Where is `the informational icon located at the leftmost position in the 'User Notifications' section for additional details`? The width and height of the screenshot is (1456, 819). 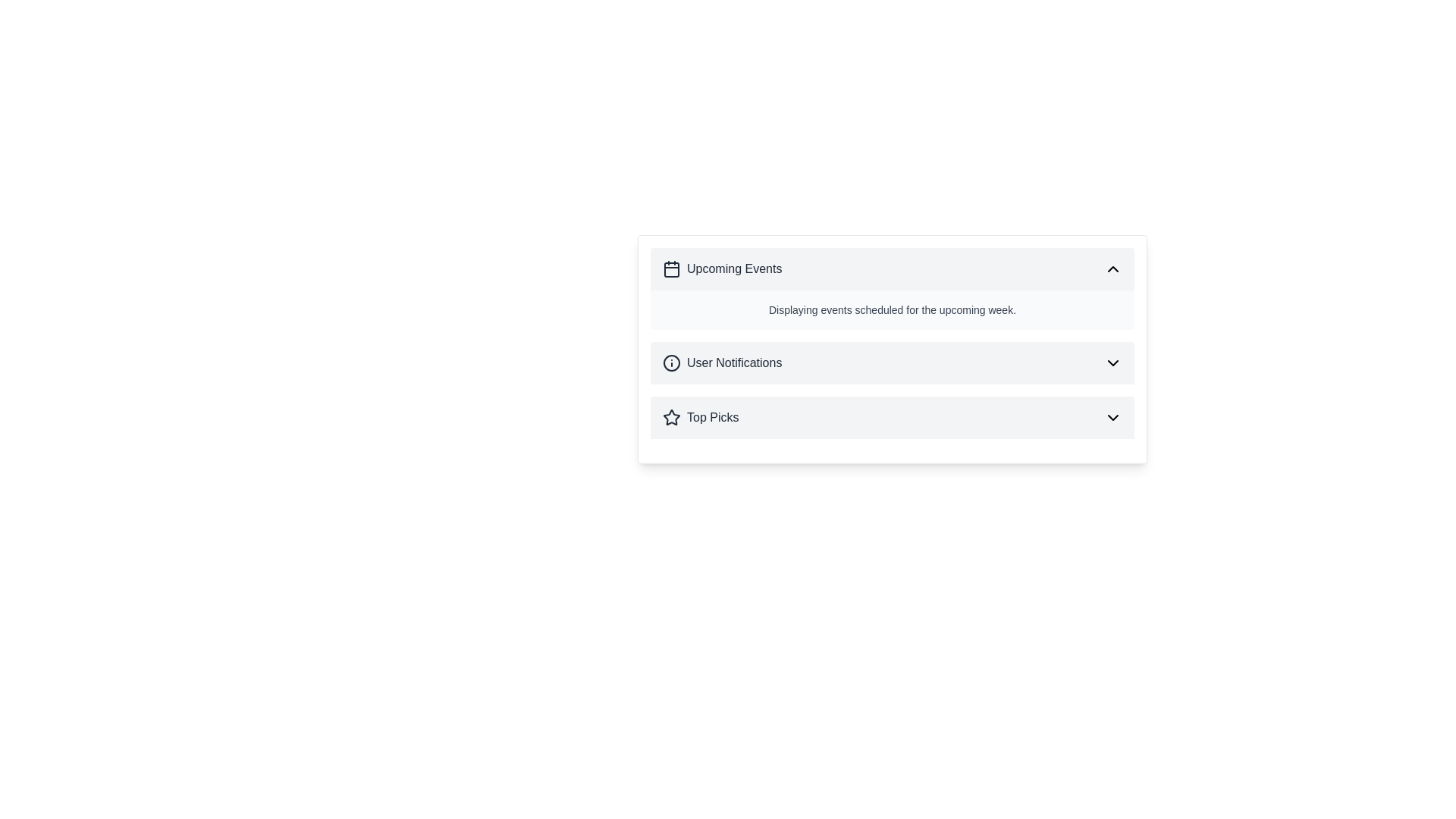 the informational icon located at the leftmost position in the 'User Notifications' section for additional details is located at coordinates (671, 362).